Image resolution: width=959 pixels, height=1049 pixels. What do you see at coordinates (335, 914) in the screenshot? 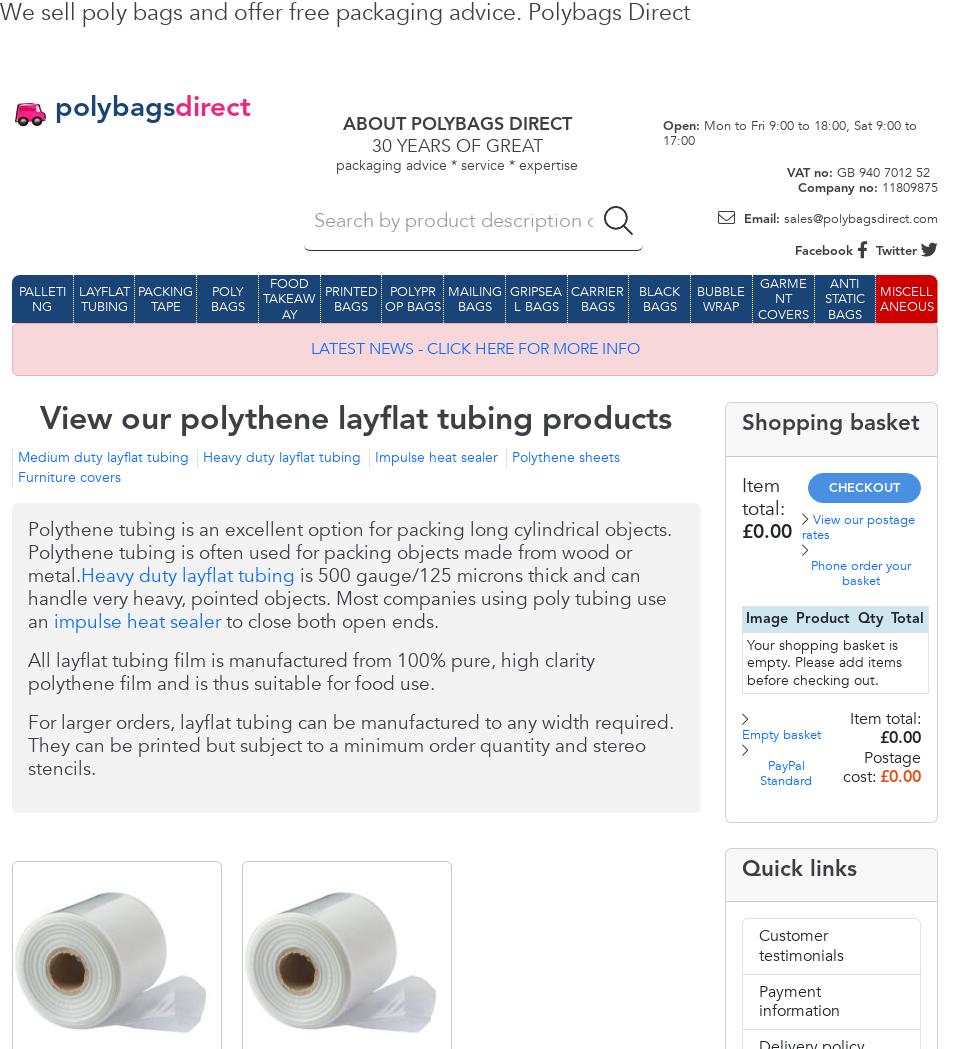
I see `'3991.00'` at bounding box center [335, 914].